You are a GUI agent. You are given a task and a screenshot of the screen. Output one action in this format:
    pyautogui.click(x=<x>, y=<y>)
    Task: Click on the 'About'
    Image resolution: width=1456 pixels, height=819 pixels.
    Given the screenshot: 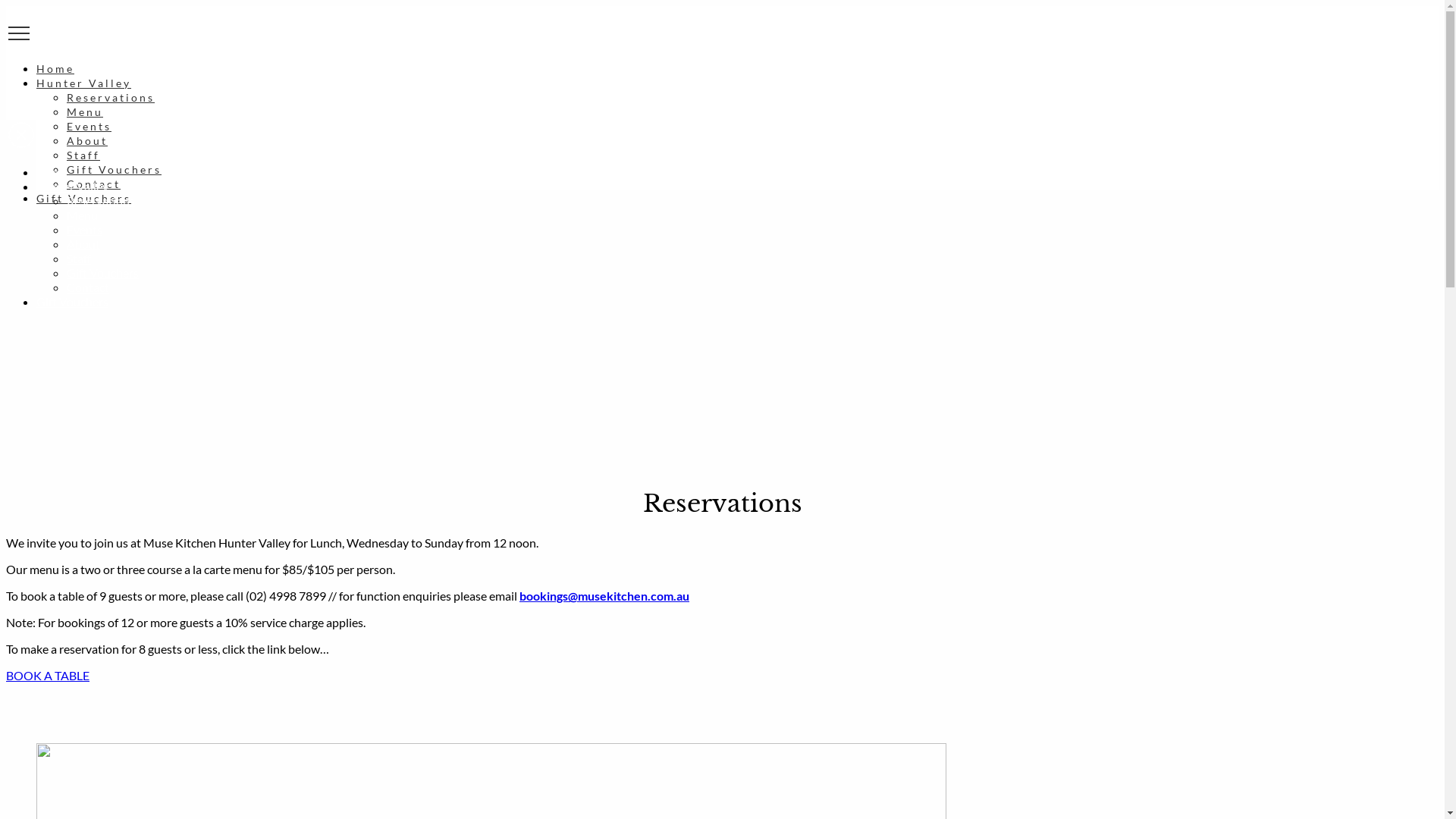 What is the action you would take?
    pyautogui.click(x=65, y=140)
    